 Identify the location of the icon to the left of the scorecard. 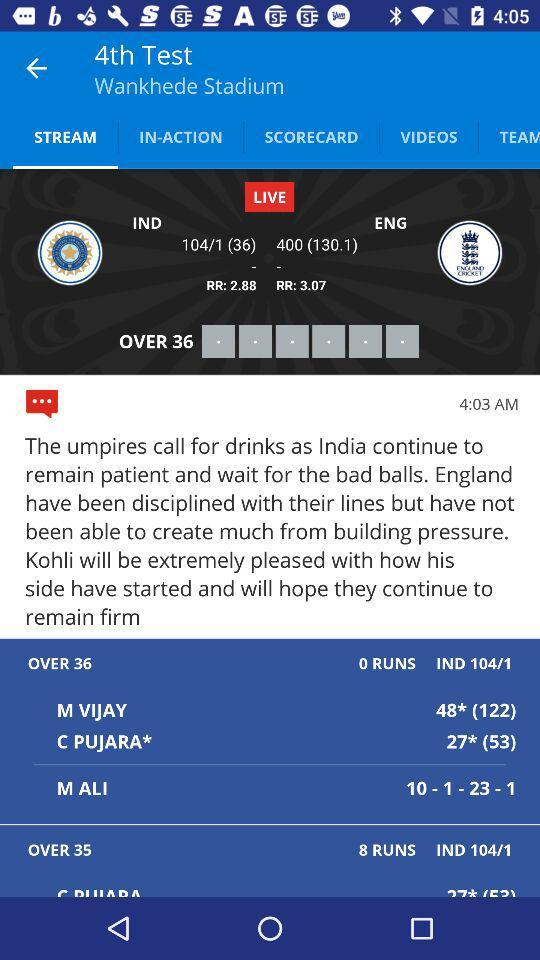
(180, 135).